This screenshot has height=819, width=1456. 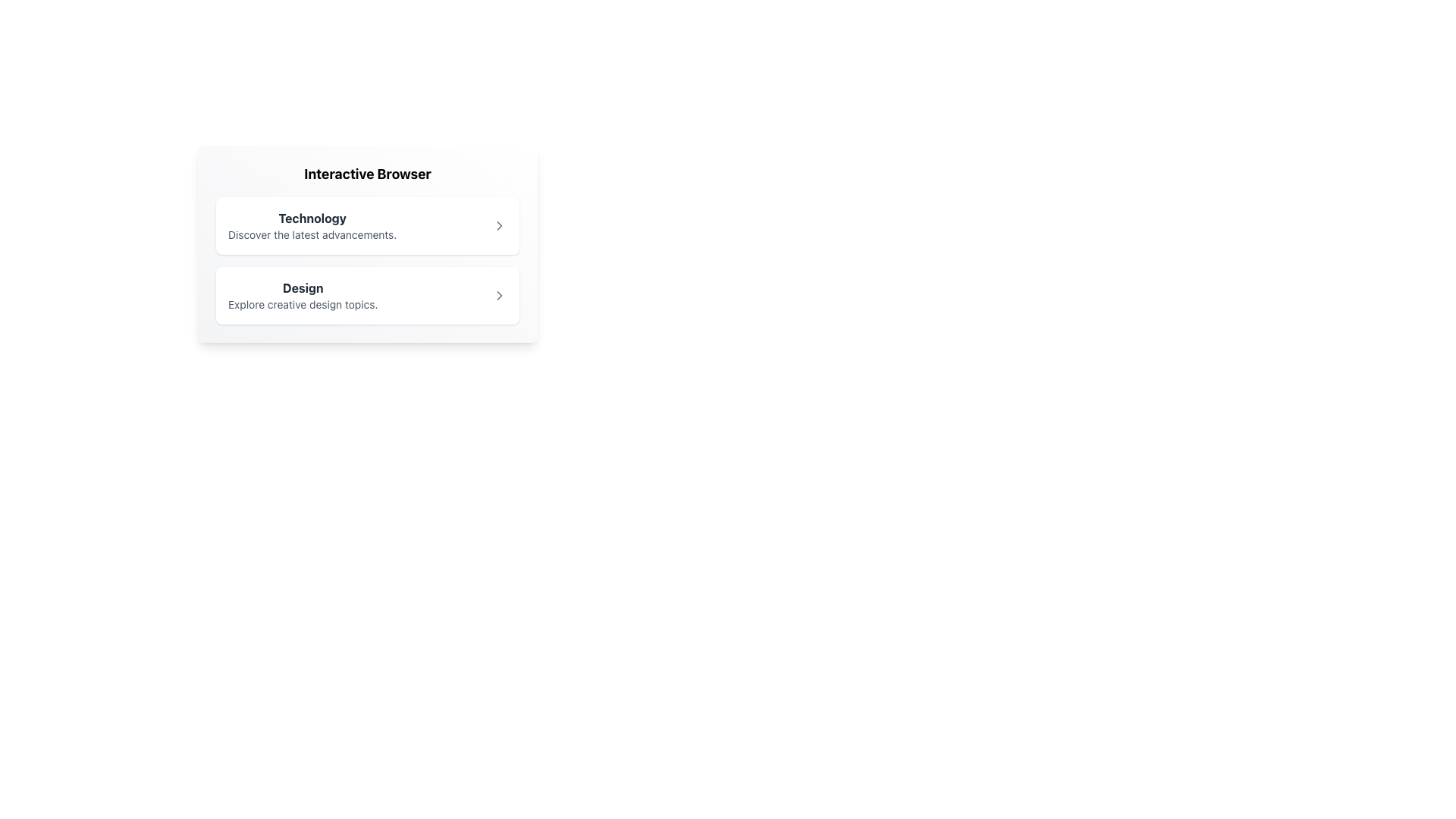 What do you see at coordinates (367, 295) in the screenshot?
I see `the selectable card for creative design topics, which is the second entry in a vertically stacked list of cards, positioned below the 'Technology' card` at bounding box center [367, 295].